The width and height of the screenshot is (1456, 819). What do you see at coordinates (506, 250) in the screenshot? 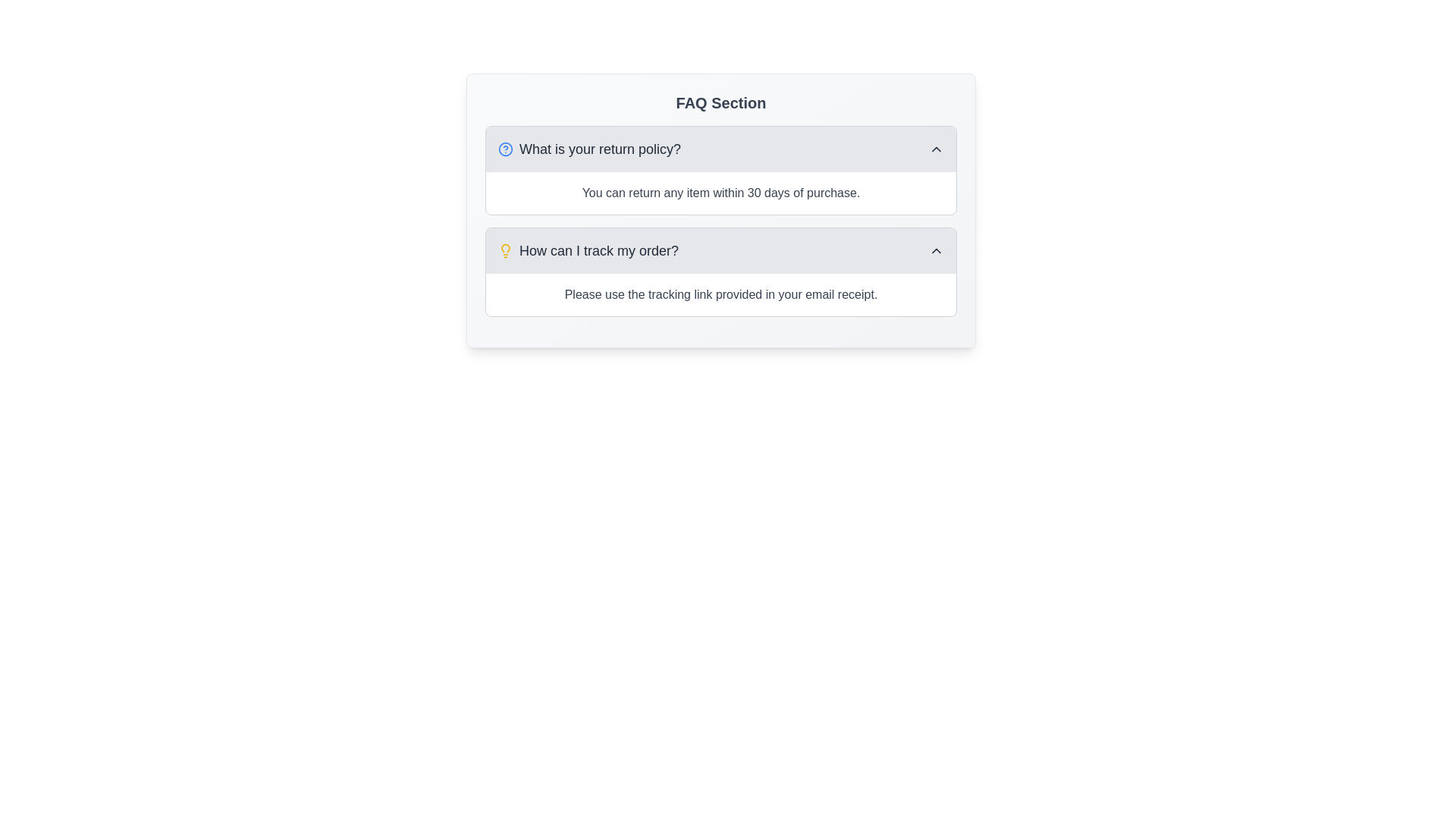
I see `the lightbulb icon in the FAQ section, which is positioned to the left of the text 'How can I track my order?'` at bounding box center [506, 250].